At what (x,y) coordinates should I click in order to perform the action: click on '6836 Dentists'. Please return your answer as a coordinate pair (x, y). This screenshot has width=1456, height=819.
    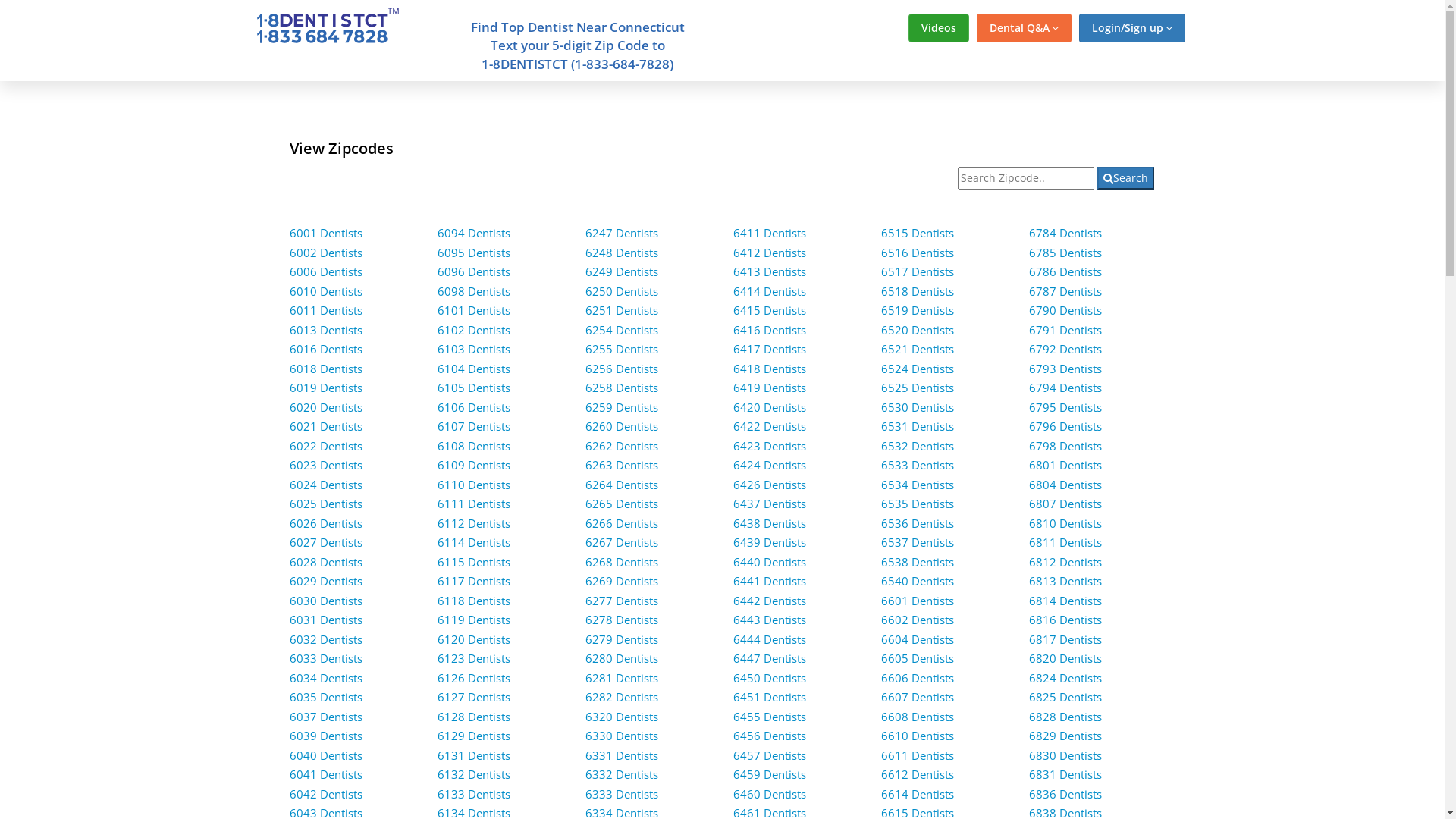
    Looking at the image, I should click on (1065, 792).